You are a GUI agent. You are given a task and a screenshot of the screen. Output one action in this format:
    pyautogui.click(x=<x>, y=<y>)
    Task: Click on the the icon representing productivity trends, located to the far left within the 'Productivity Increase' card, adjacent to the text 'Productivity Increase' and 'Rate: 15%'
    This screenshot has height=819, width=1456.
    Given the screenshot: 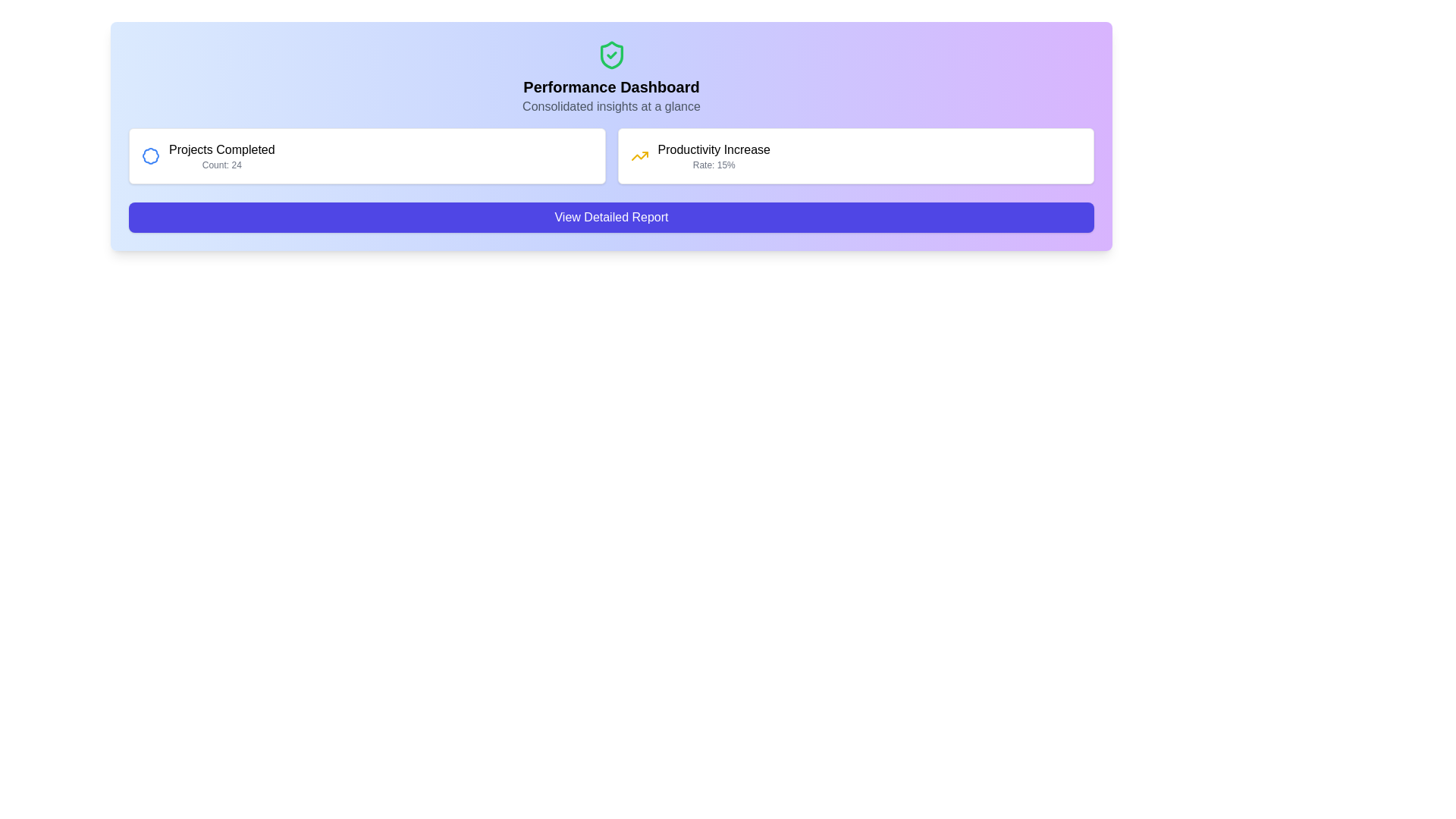 What is the action you would take?
    pyautogui.click(x=639, y=155)
    